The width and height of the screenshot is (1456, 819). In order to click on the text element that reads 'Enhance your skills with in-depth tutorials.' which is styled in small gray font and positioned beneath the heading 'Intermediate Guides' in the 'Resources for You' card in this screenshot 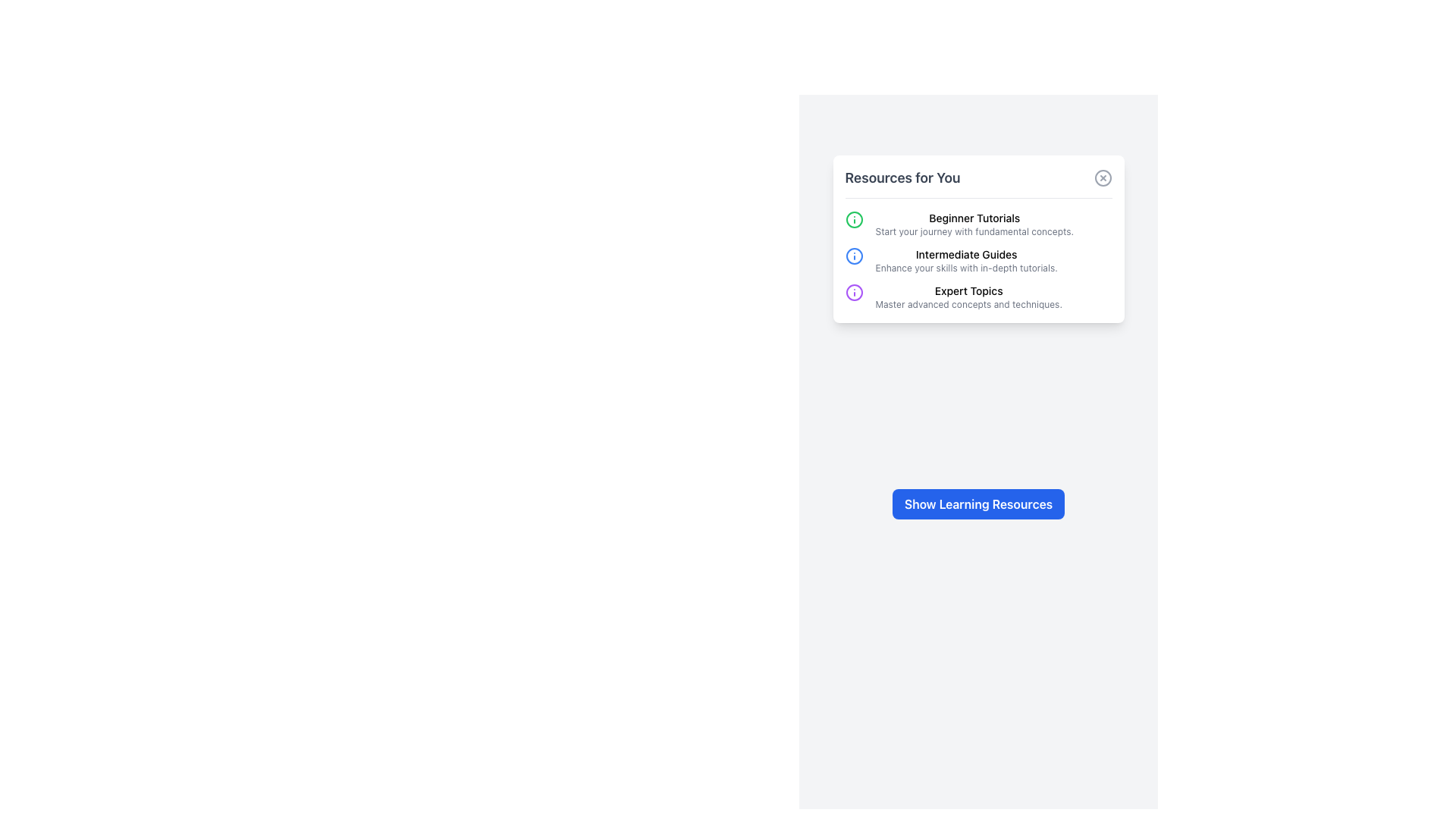, I will do `click(965, 268)`.